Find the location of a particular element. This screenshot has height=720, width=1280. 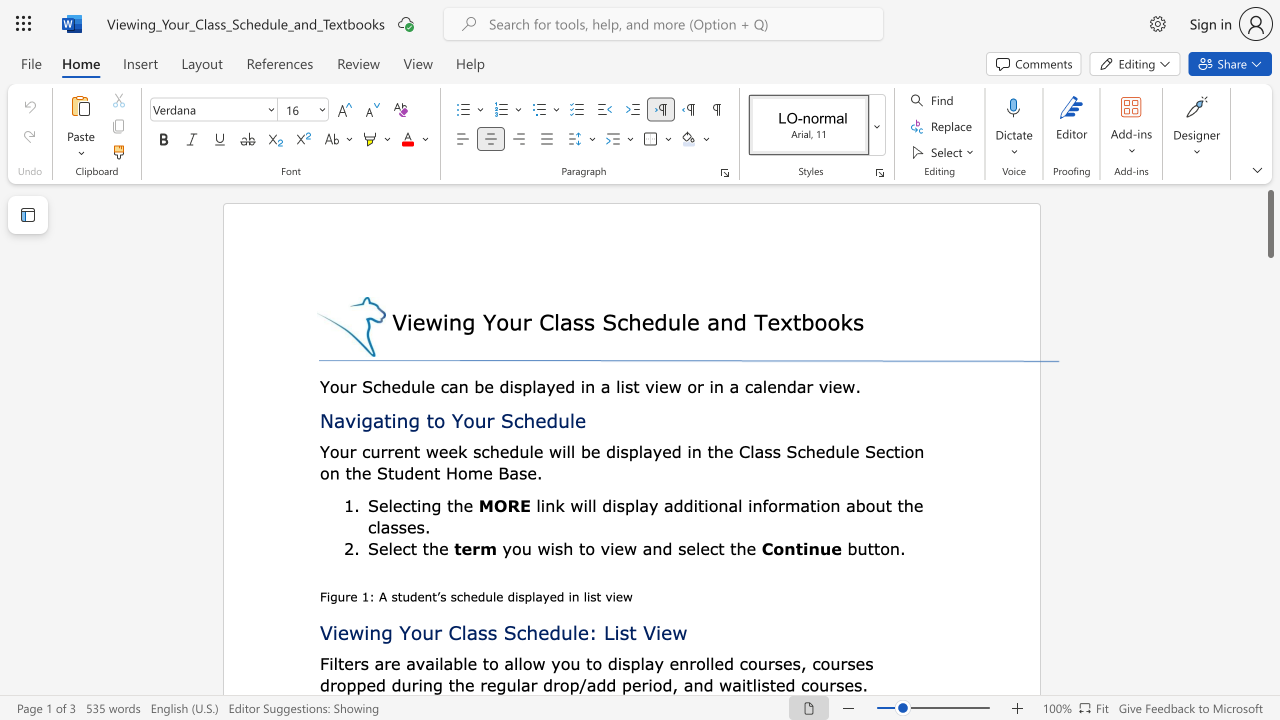

the scrollbar to slide the page down is located at coordinates (1269, 490).